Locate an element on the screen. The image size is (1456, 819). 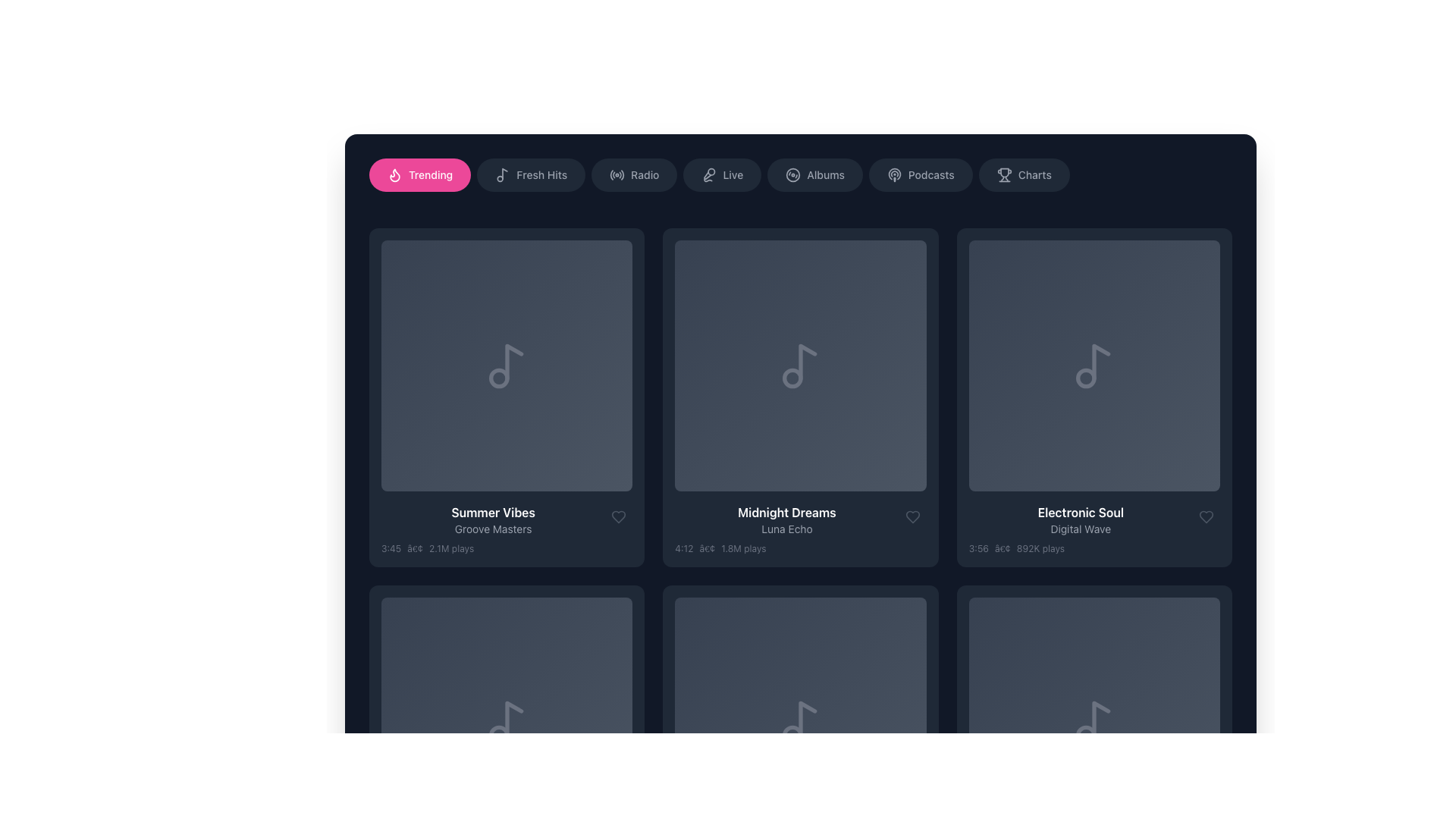
the central audio/music icon located in the first tile beneath the 'Trending' navigation tab, above the text 'Summer Vibes' is located at coordinates (507, 366).